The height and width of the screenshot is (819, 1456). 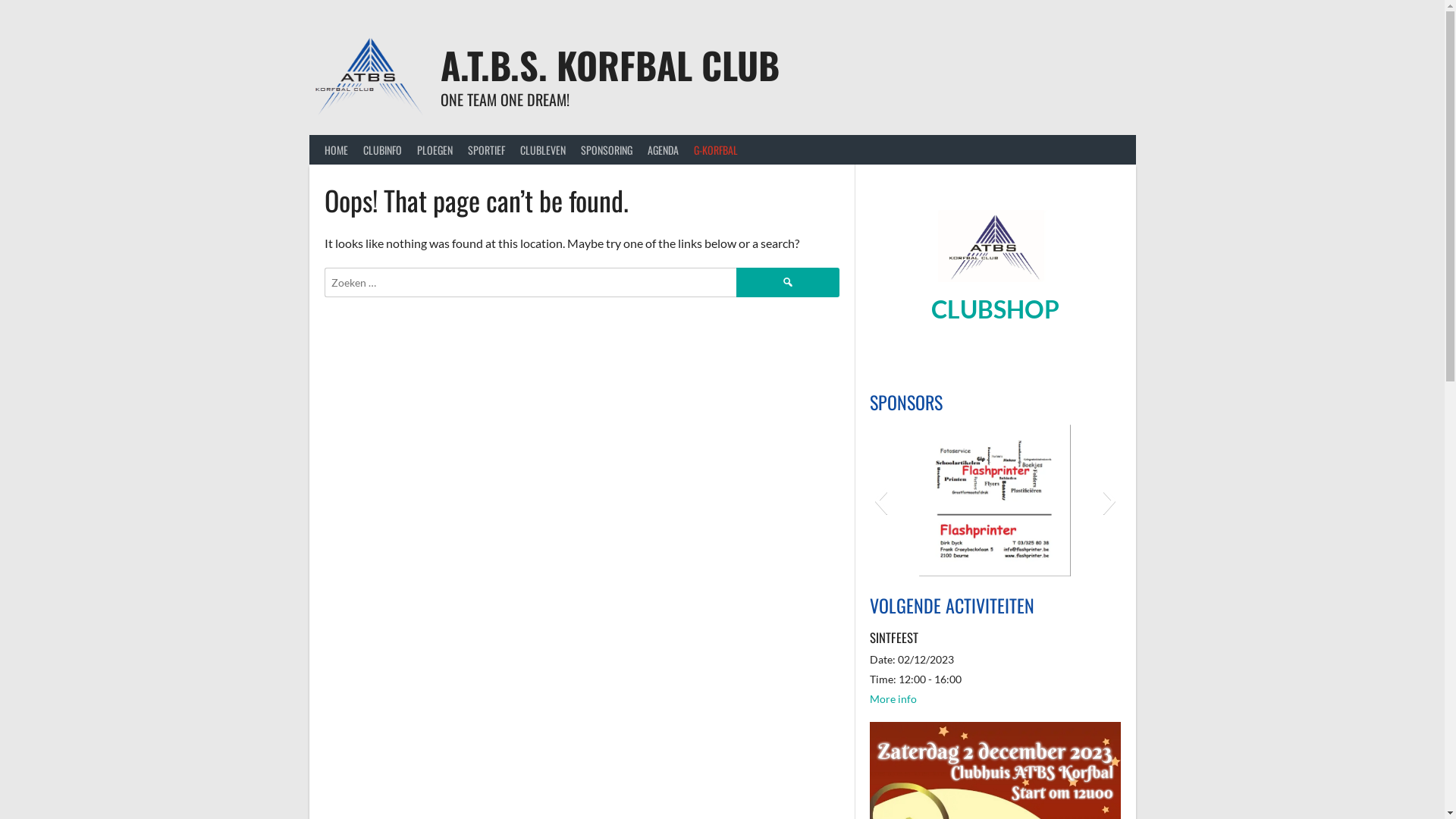 I want to click on 'PLOEGEN', so click(x=434, y=149).